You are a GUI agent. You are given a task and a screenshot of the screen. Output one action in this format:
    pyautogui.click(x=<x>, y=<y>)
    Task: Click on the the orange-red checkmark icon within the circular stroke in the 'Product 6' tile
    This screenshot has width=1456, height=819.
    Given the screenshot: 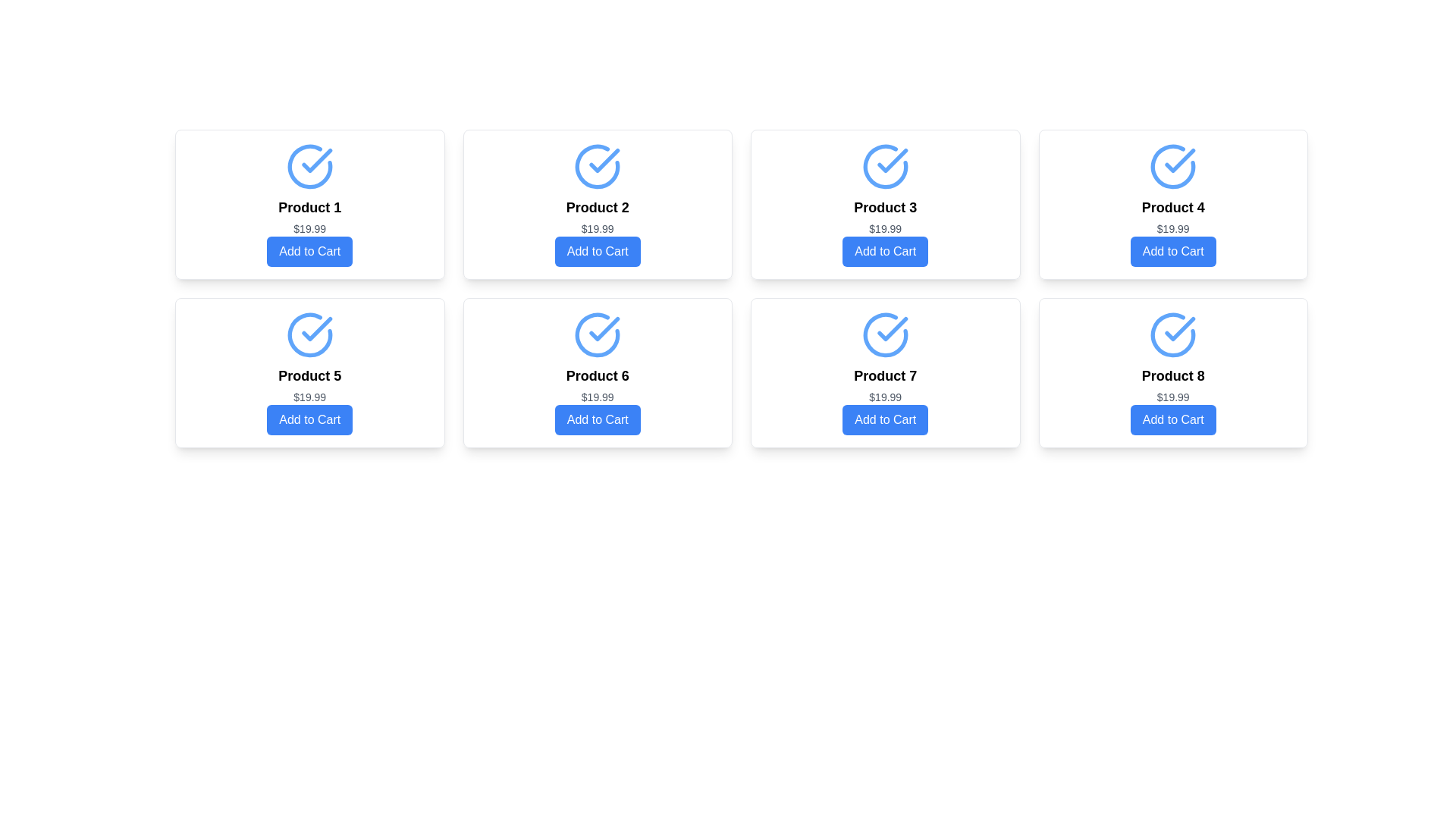 What is the action you would take?
    pyautogui.click(x=604, y=328)
    